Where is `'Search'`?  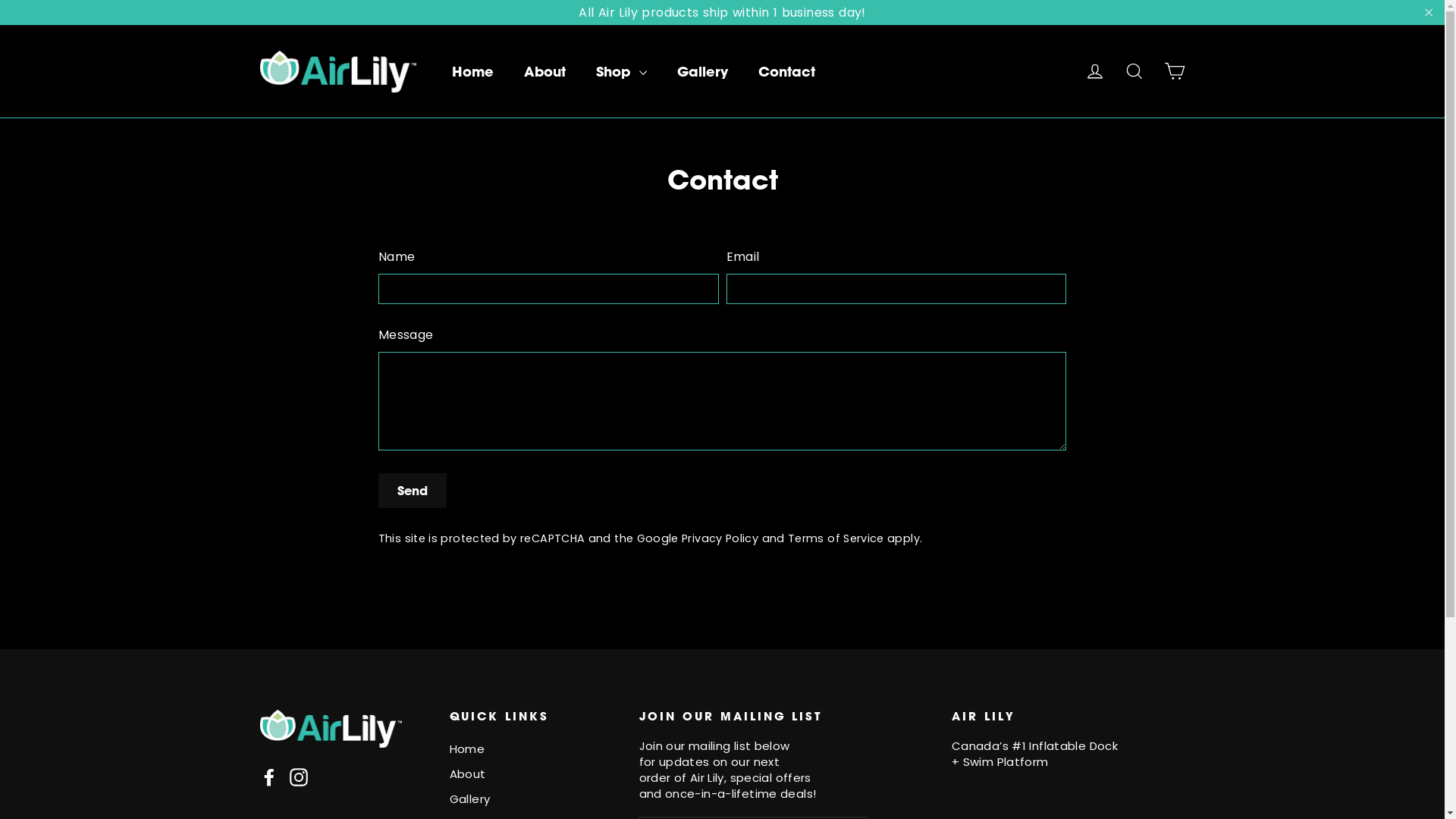 'Search' is located at coordinates (1134, 71).